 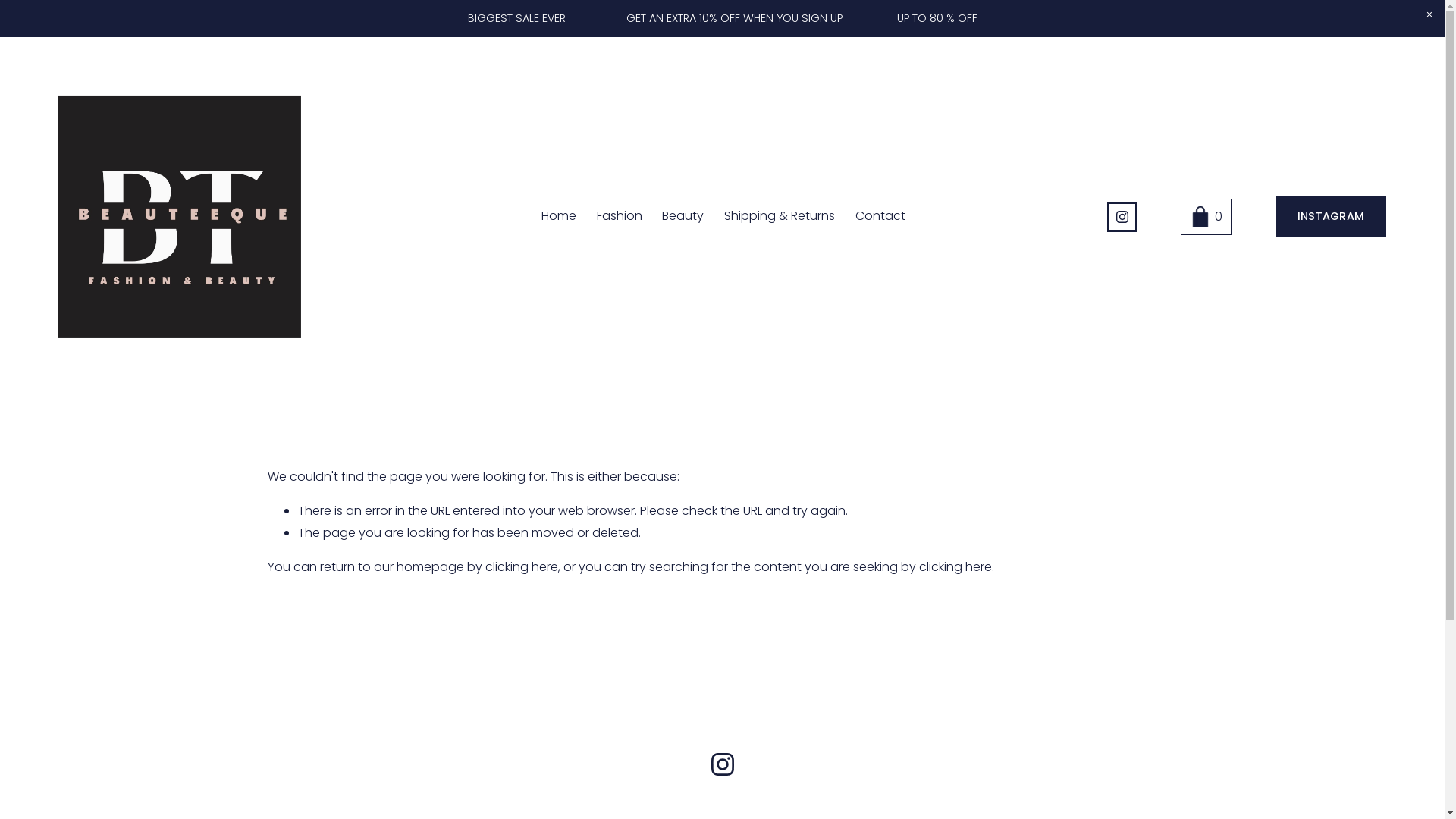 I want to click on 'Home', so click(x=558, y=216).